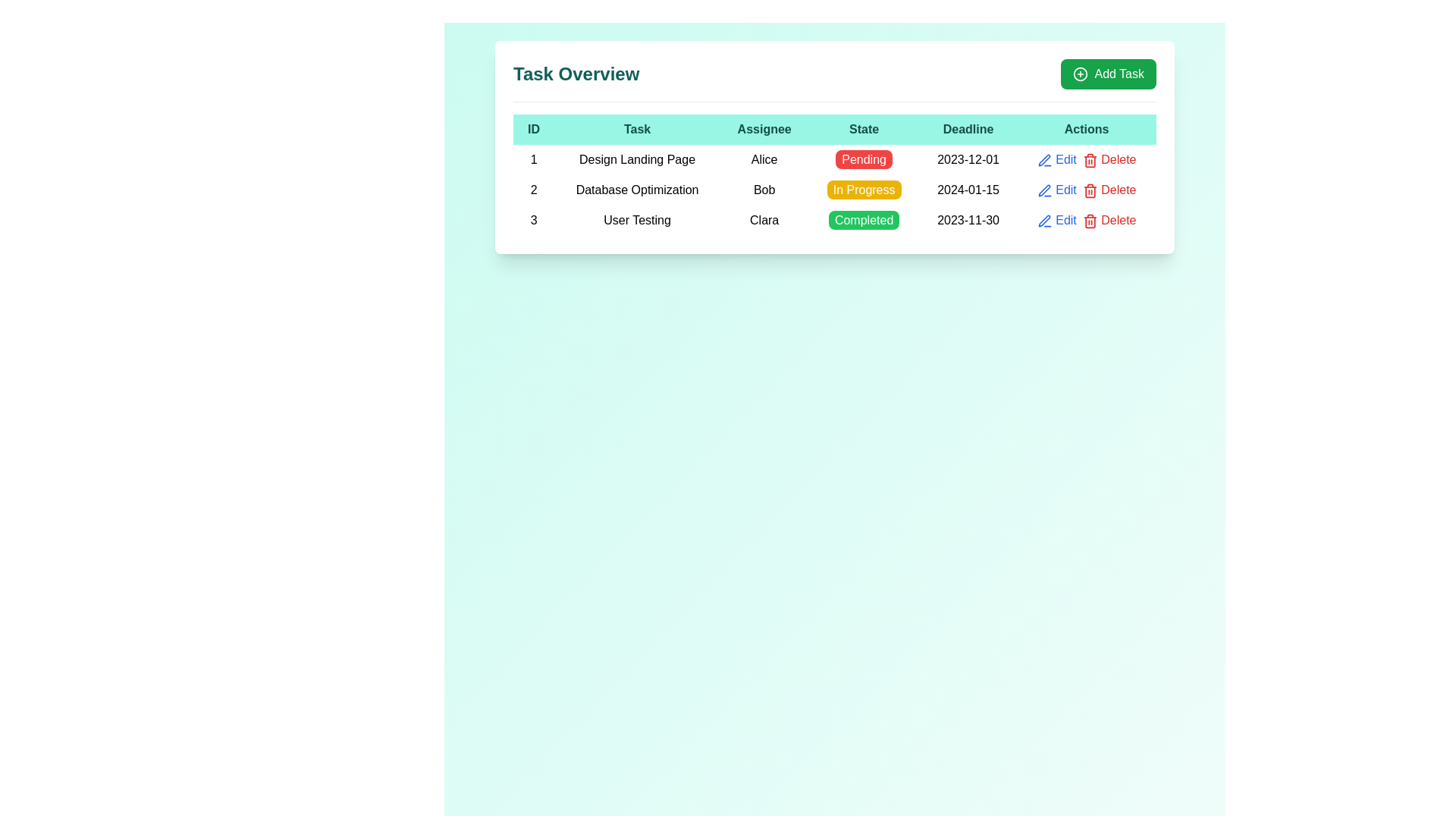  What do you see at coordinates (1089, 190) in the screenshot?
I see `the red trash bin icon button located in the 'Actions' column of the second row of the table` at bounding box center [1089, 190].